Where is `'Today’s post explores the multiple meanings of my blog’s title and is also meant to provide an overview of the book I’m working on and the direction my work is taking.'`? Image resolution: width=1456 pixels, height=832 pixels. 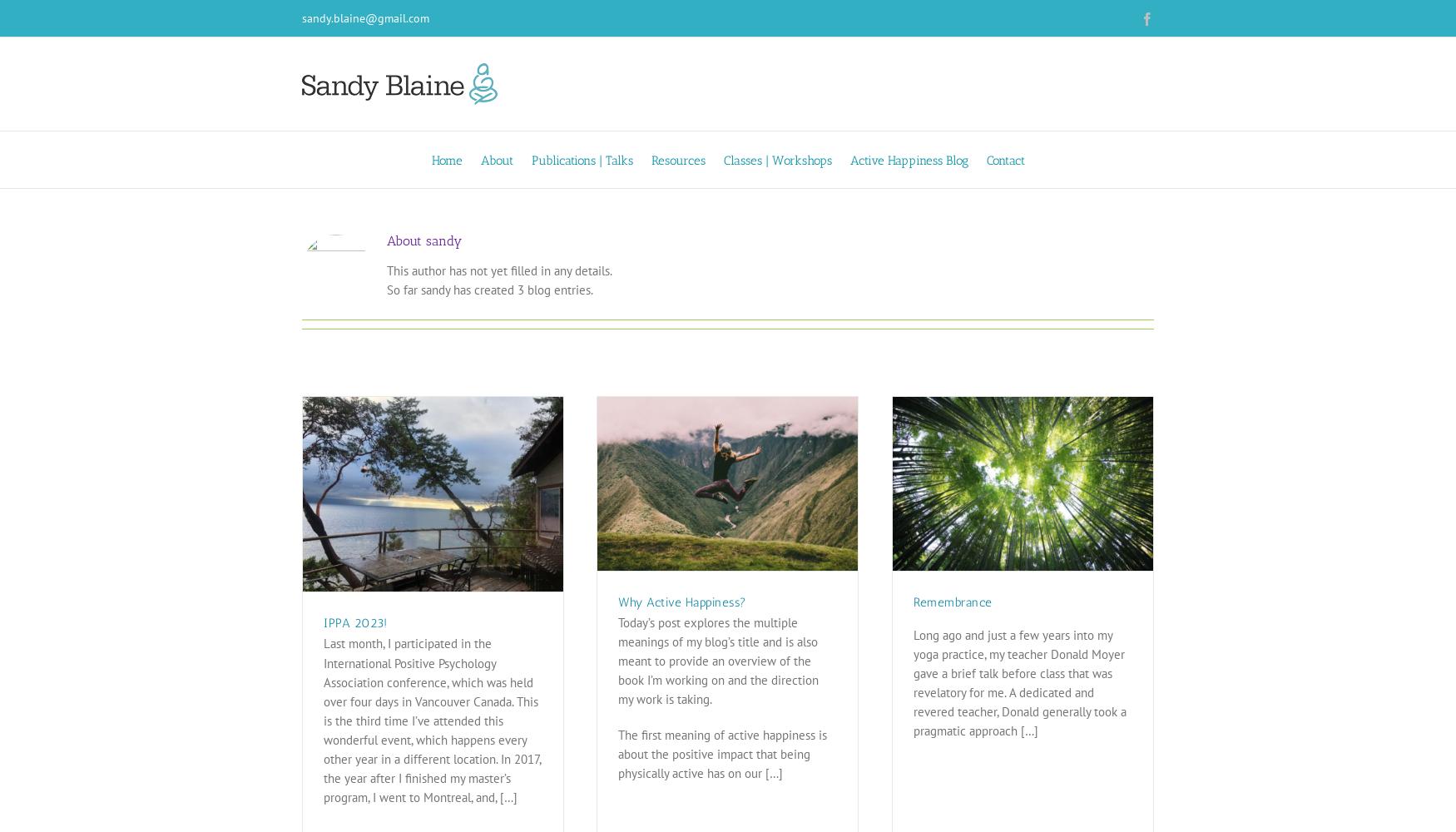 'Today’s post explores the multiple meanings of my blog’s title and is also meant to provide an overview of the book I’m working on and the direction my work is taking.' is located at coordinates (718, 661).